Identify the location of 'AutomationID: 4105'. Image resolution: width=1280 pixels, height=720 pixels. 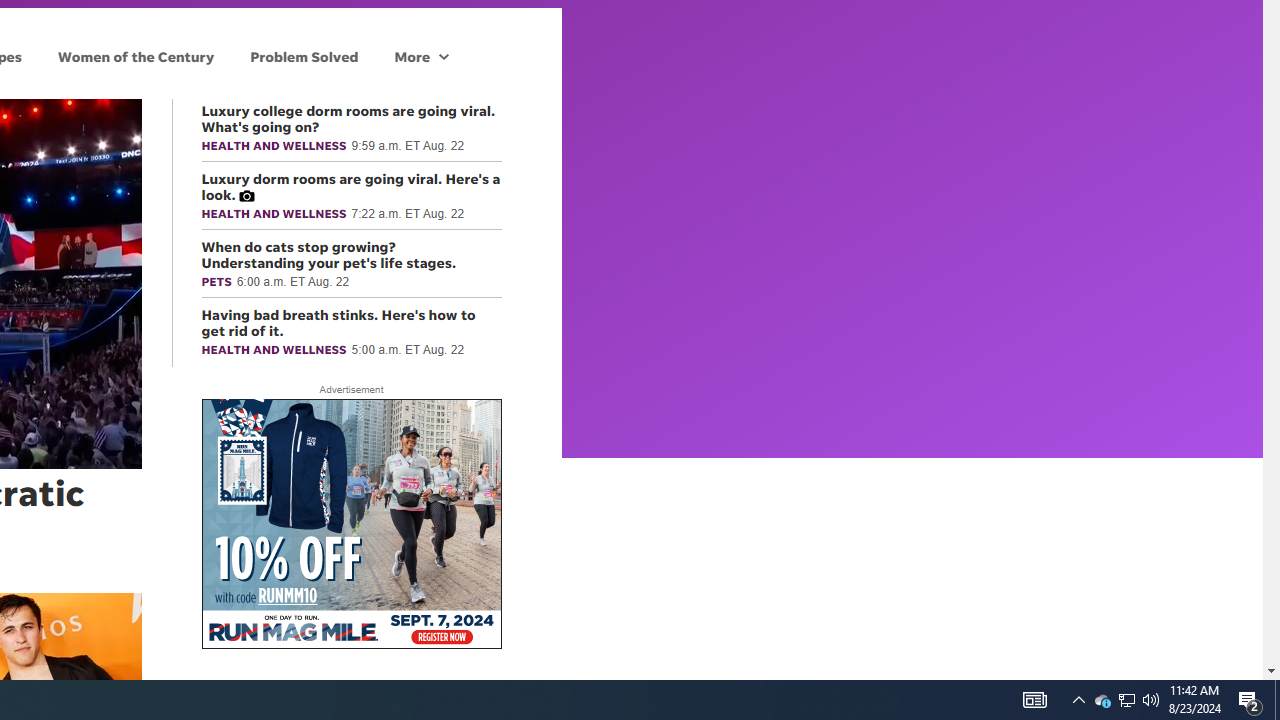
(1078, 698).